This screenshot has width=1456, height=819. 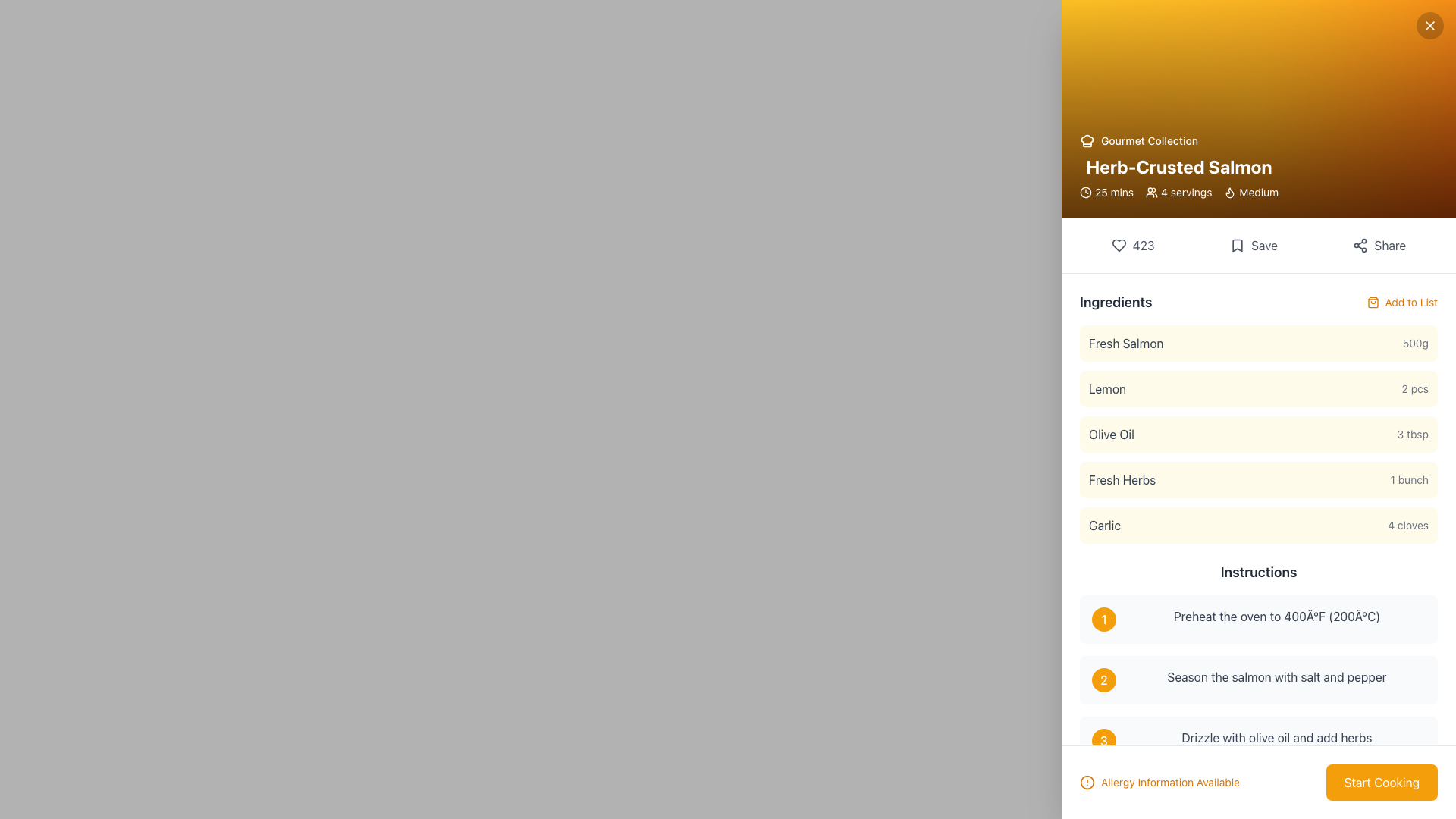 I want to click on second instruction in the cooking steps, which instructs to season salmon with salt and pepper, located in the 'Instructions' section of the interface, so click(x=1259, y=679).